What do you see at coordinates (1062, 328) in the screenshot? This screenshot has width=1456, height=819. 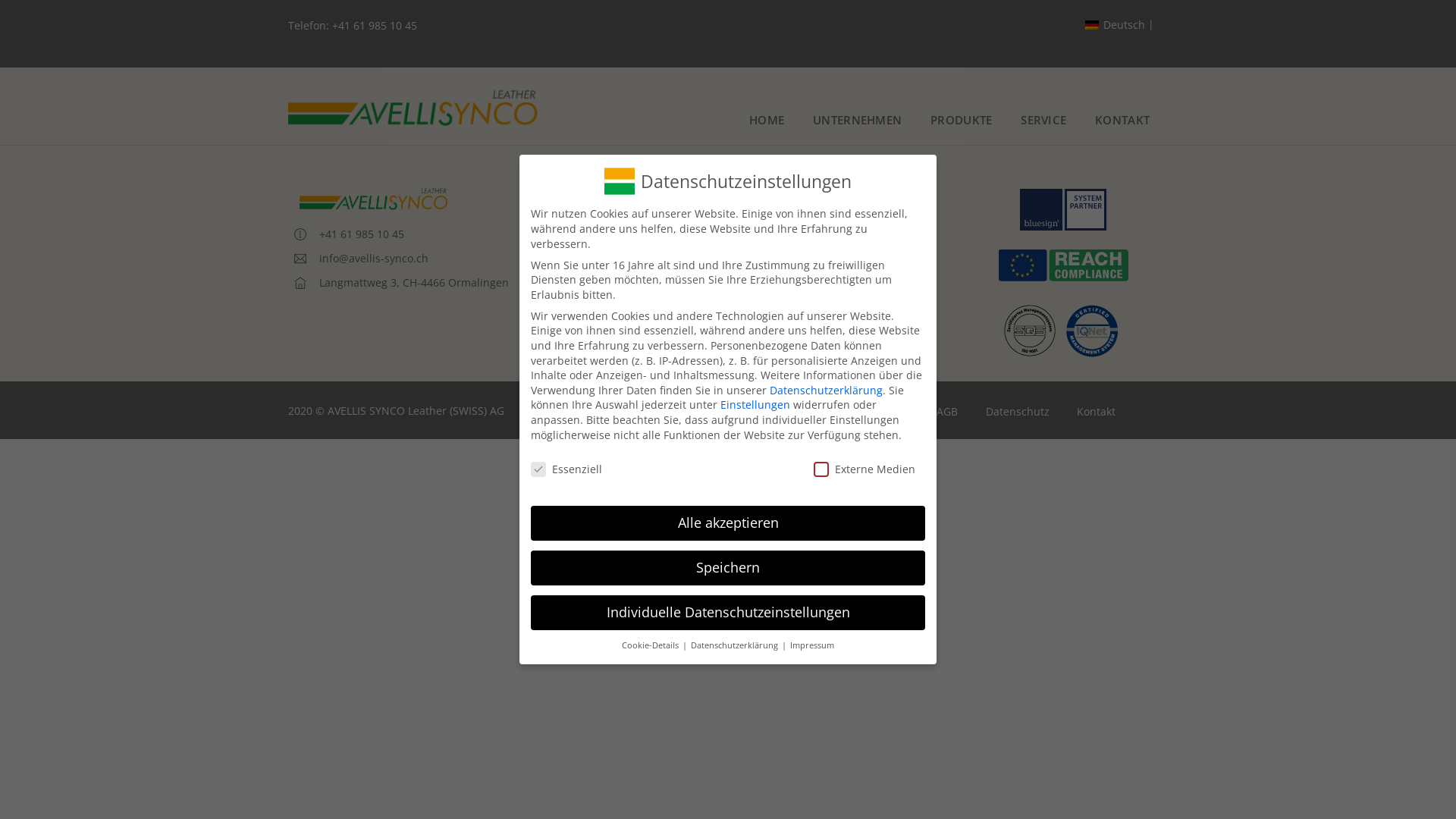 I see `'SQS-IQ-Net'` at bounding box center [1062, 328].